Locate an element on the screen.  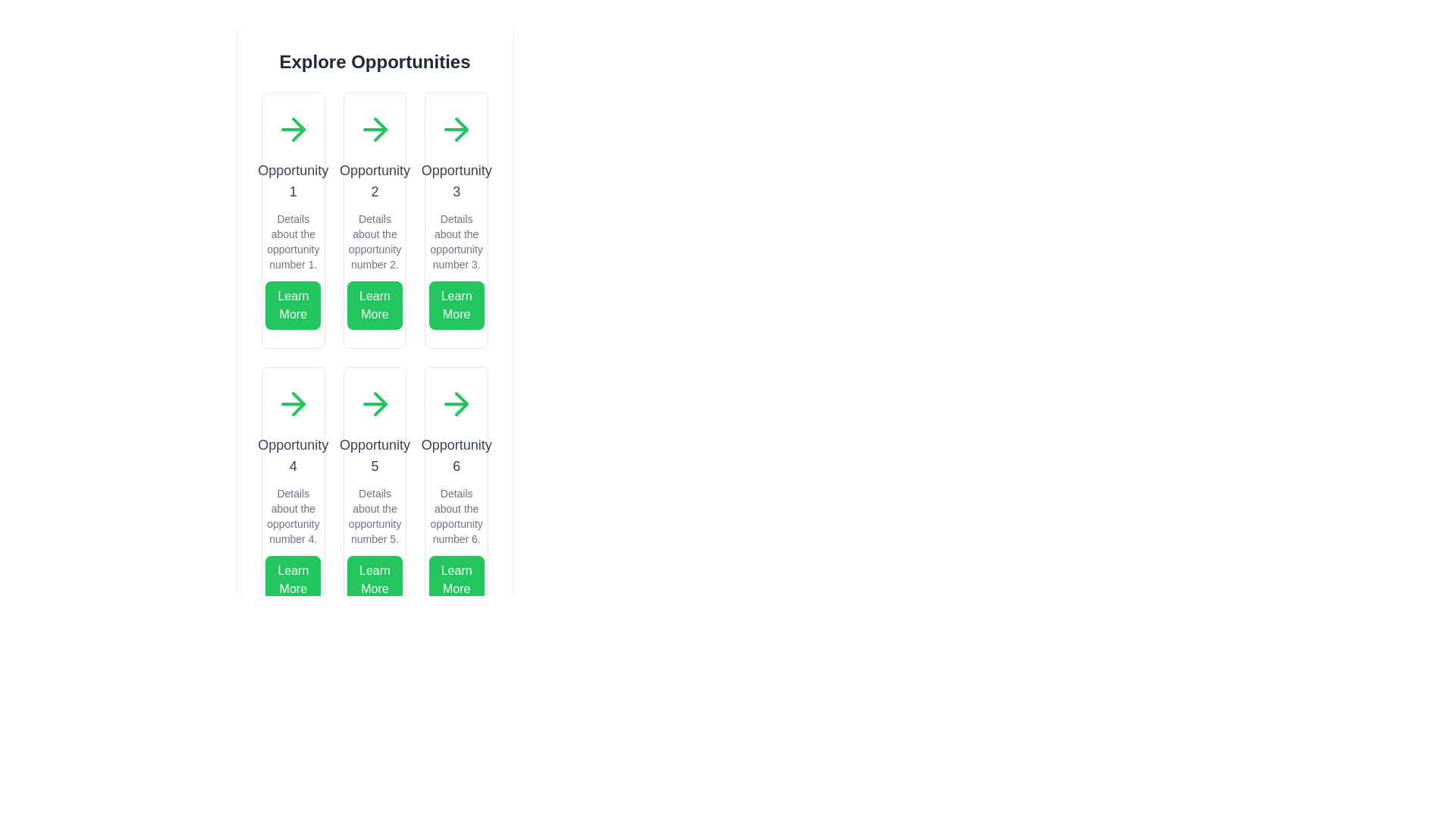
the 'Learn More' button with a green background and white text located at the bottom of the 'Opportunity 6' box to trigger the visual hover effect is located at coordinates (456, 579).